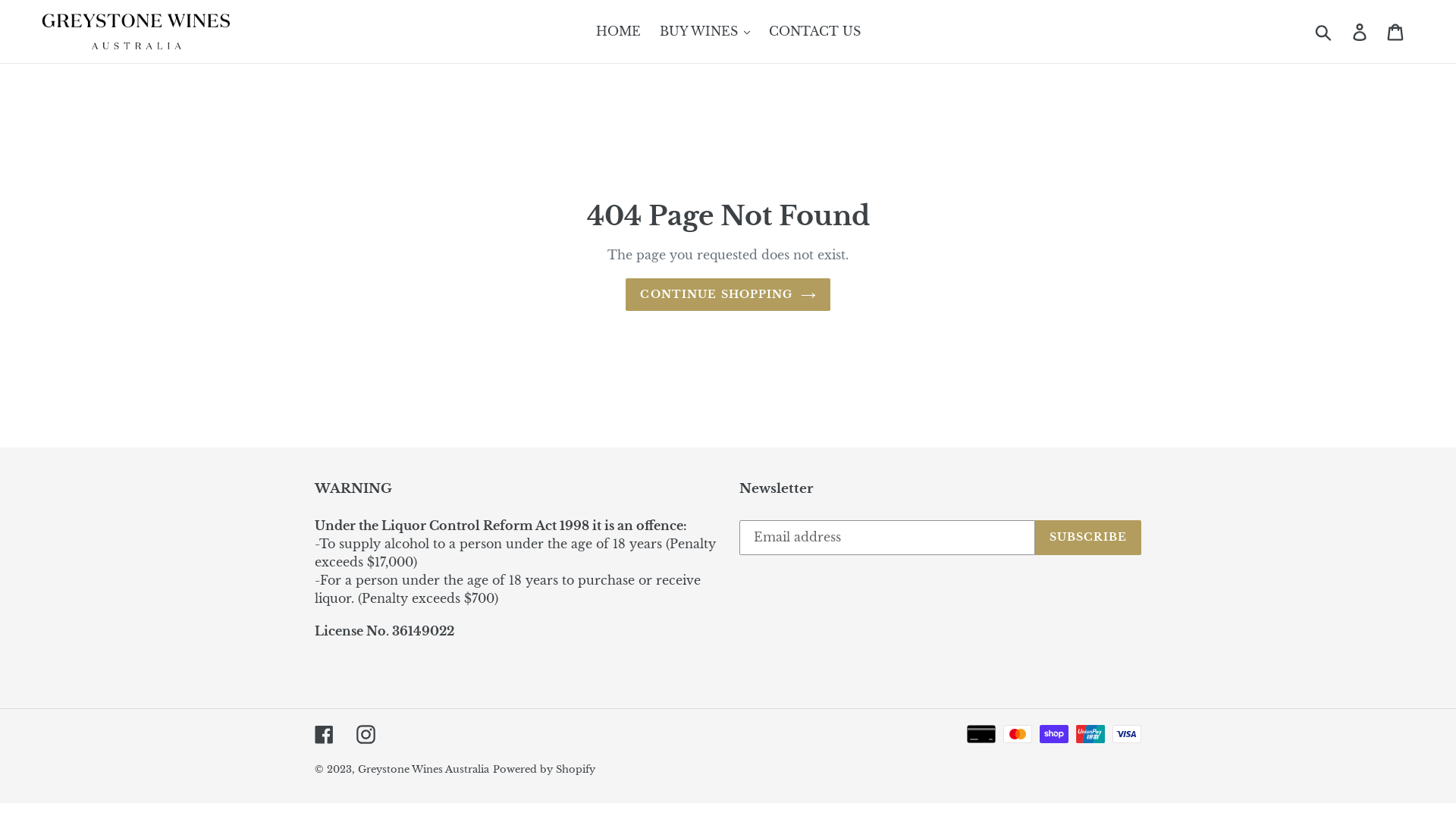 The image size is (1456, 819). I want to click on 'Facebook', so click(323, 733).